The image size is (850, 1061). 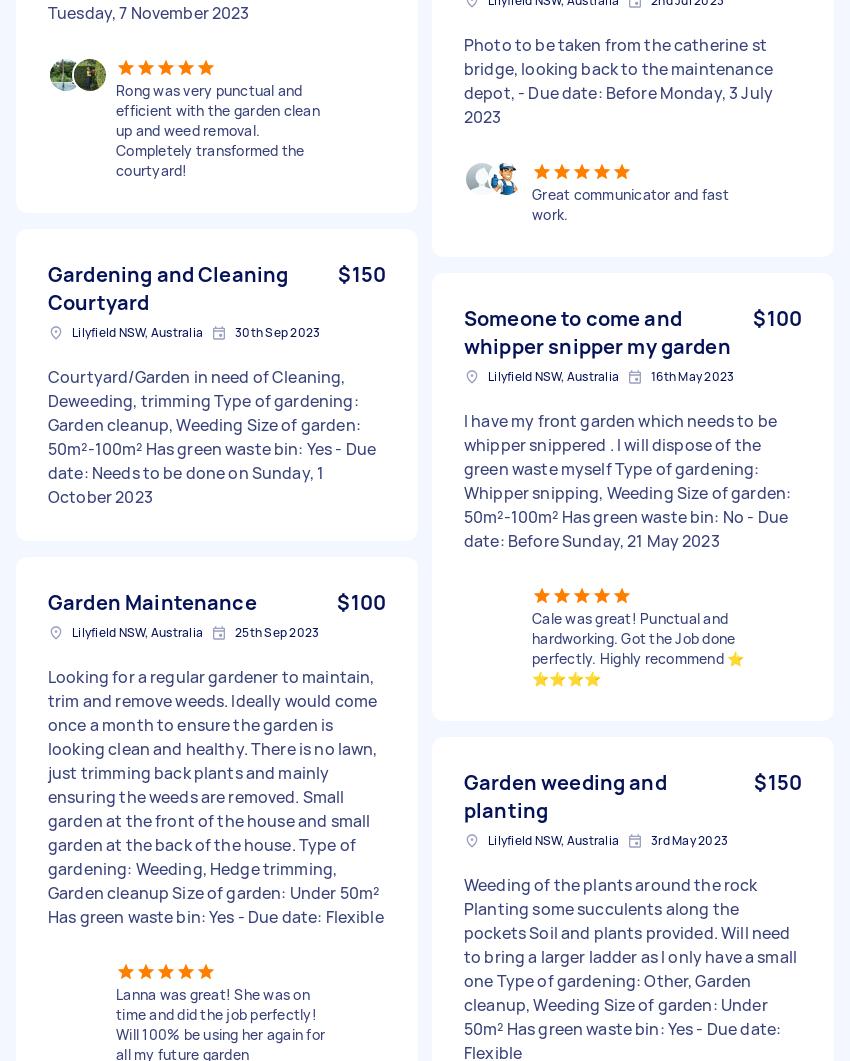 I want to click on 'I have my front garden which needs to be whipper snippered . 
I will dispose of the green waste myself
Type of gardening: Whipper snipping, Weeding
Size of garden: 50m²-100m²
Has green waste bin: No

-
Due date: Before Sunday, 21 May 2023', so click(x=626, y=480).